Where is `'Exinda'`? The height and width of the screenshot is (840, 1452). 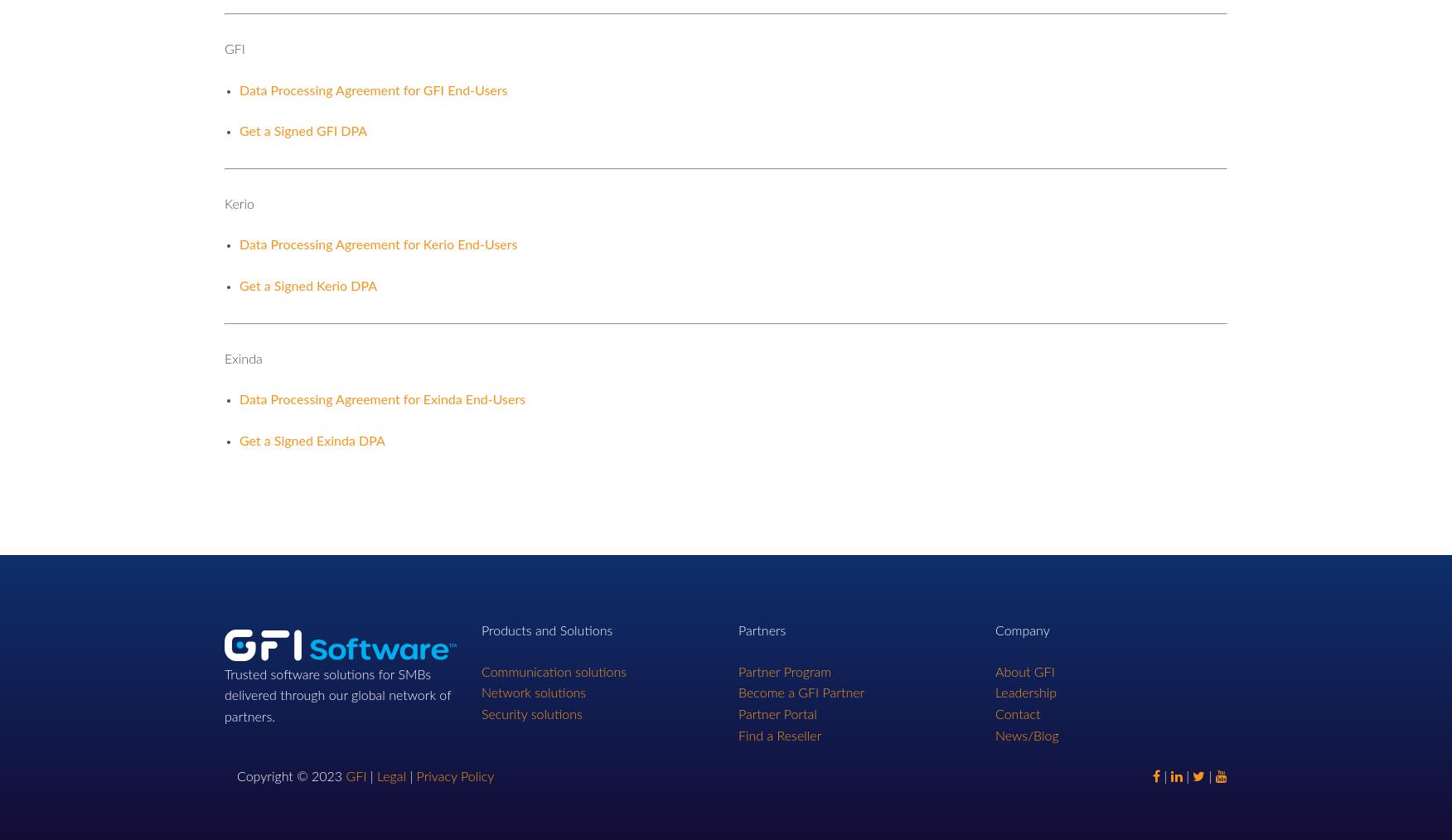 'Exinda' is located at coordinates (243, 358).